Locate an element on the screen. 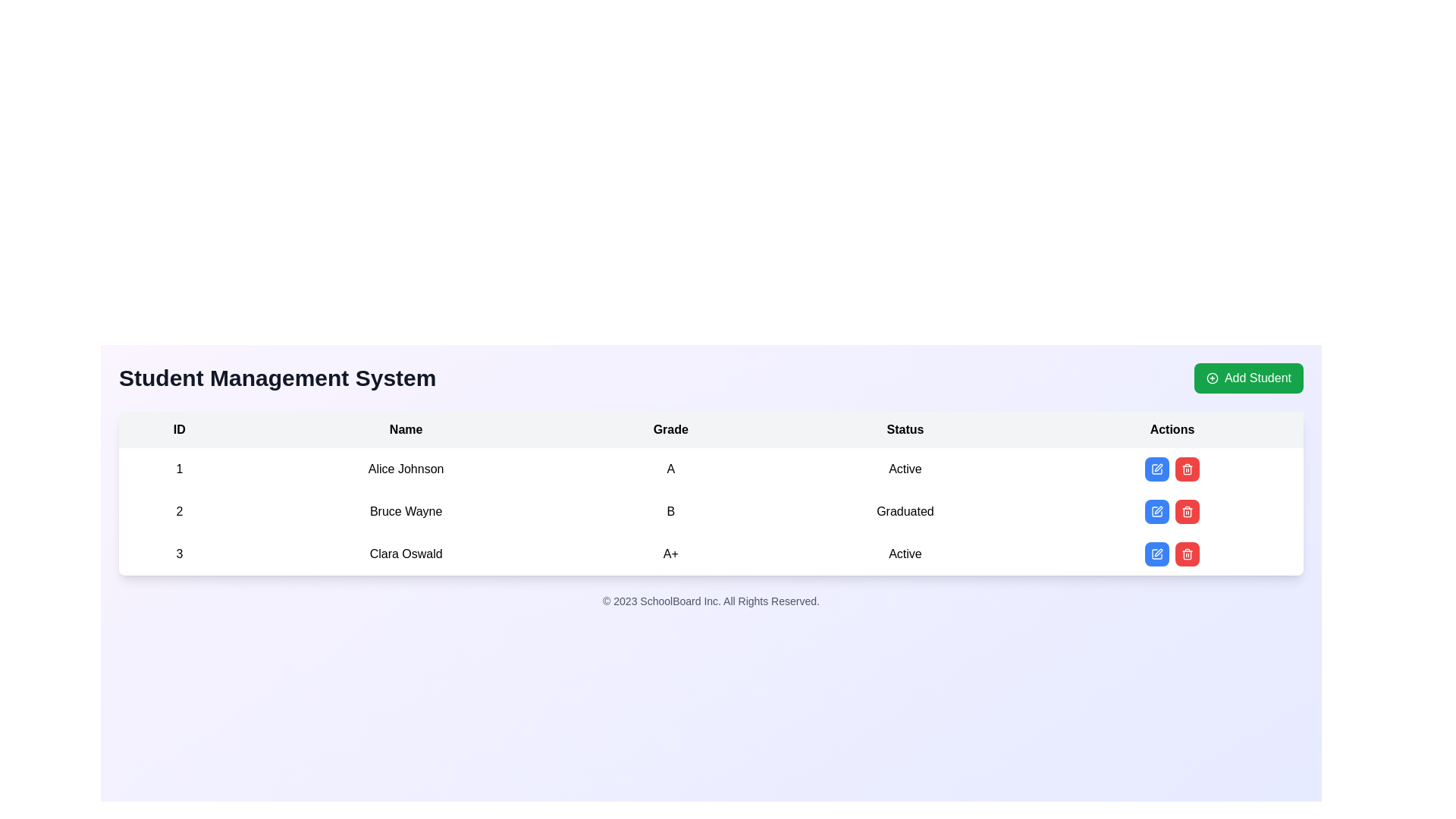 This screenshot has width=1456, height=819. the 'Edit' button located in the 'Actions' column for the row corresponding to 'Clara Oswald' to possibly see a tooltip is located at coordinates (1156, 554).